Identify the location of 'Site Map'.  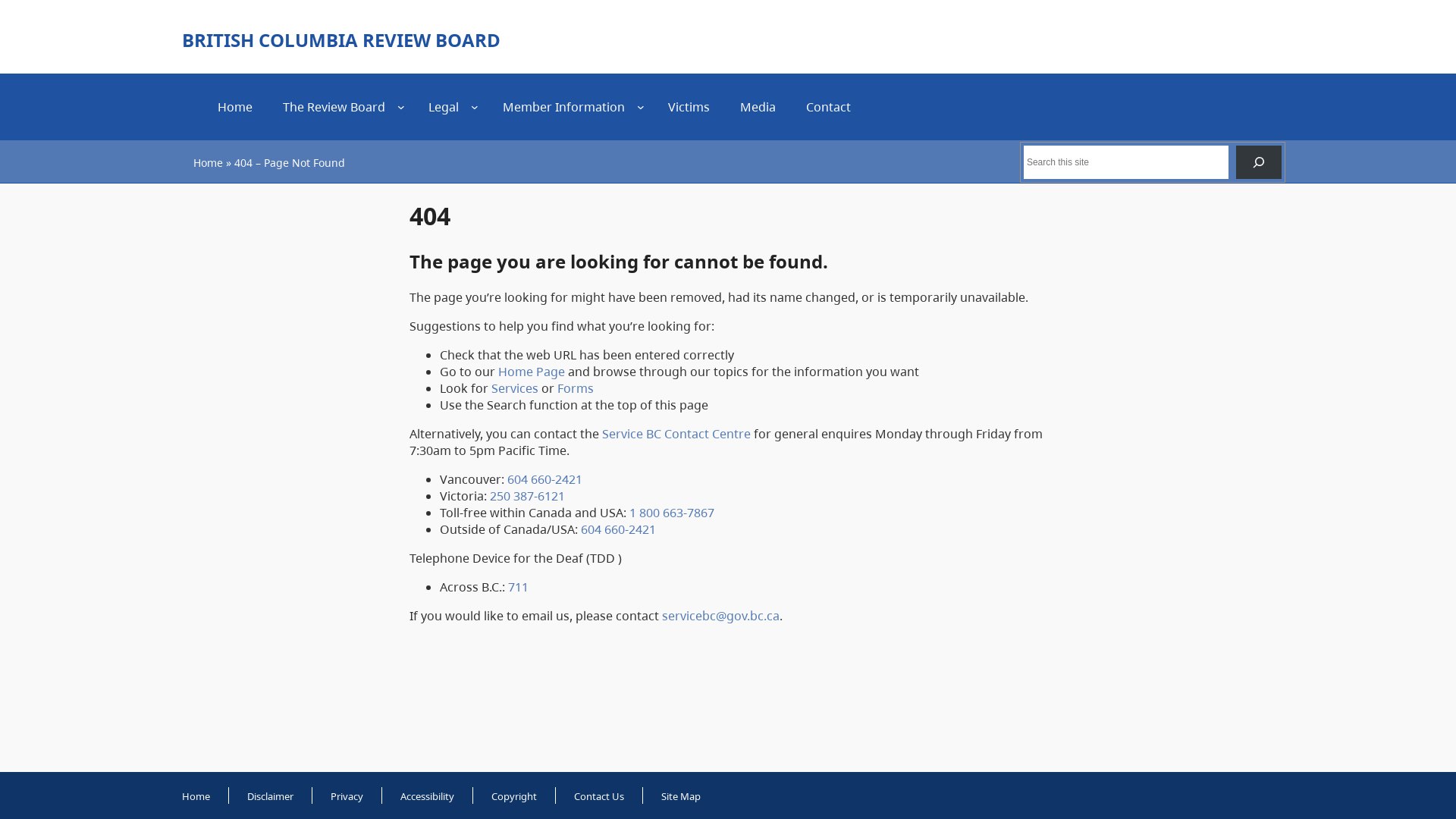
(679, 795).